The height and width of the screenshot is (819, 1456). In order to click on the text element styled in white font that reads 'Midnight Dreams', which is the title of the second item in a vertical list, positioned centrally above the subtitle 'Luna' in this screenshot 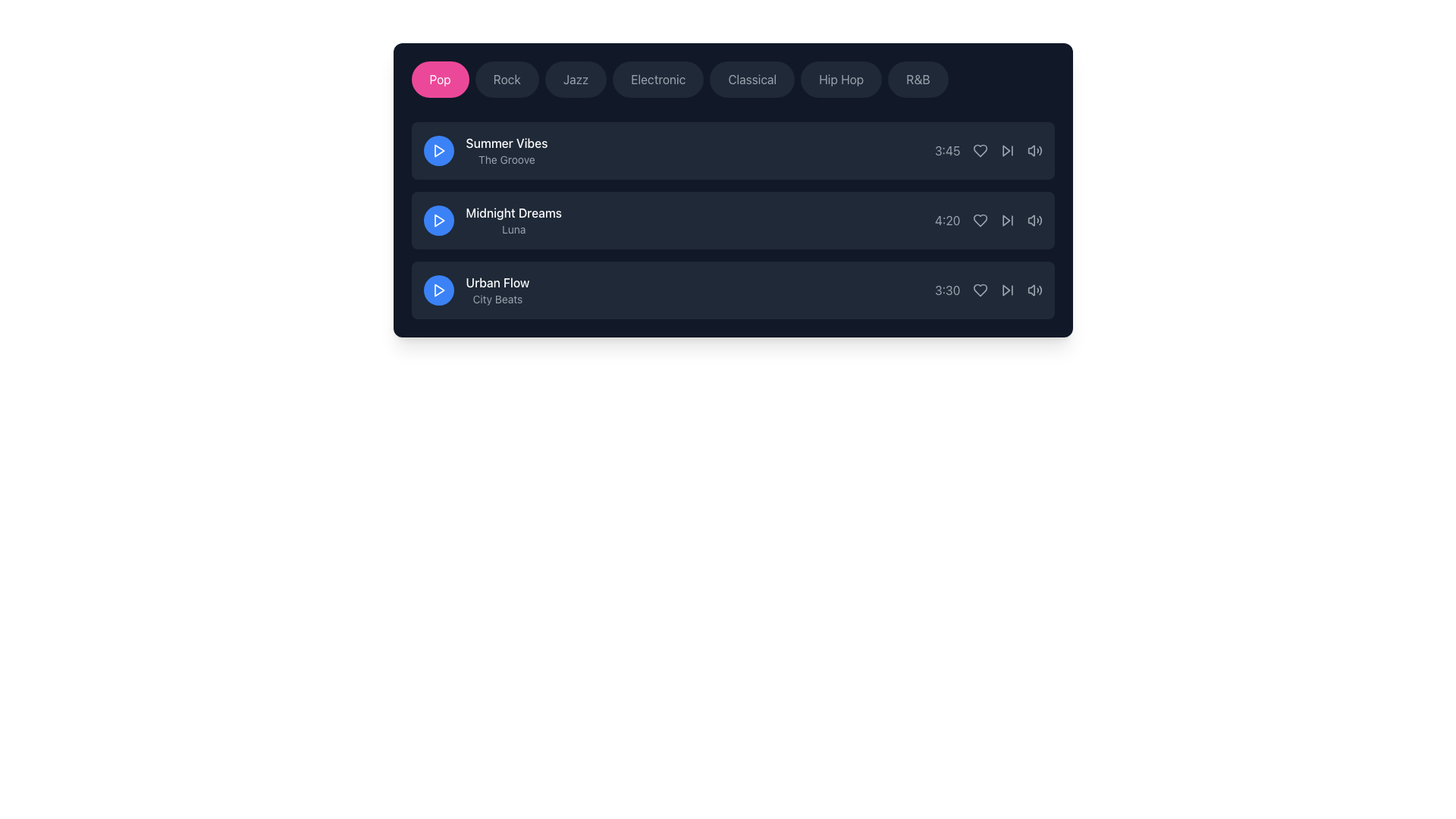, I will do `click(513, 213)`.